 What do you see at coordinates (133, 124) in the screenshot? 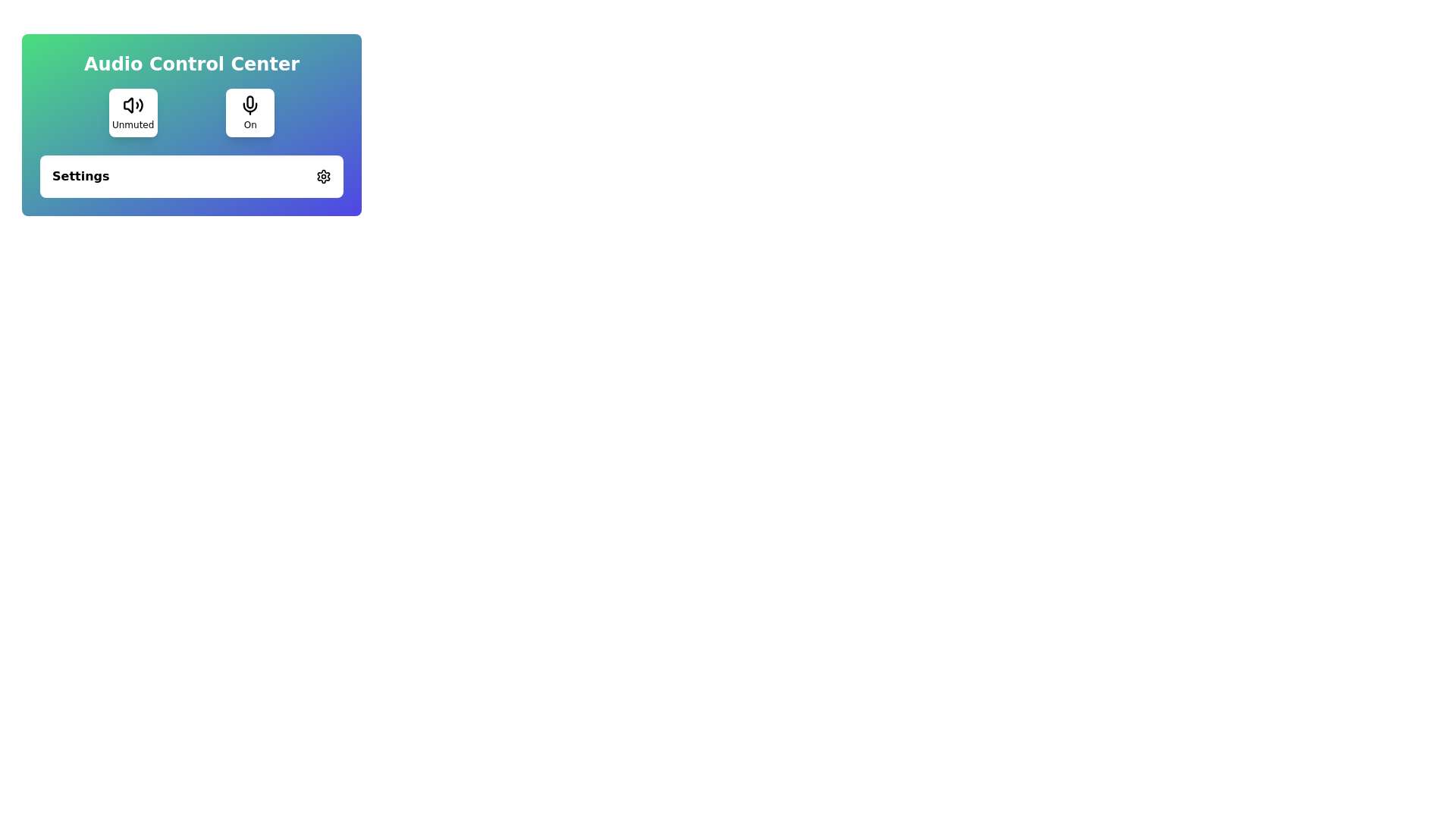
I see `the 'Unmuted' status text label located inside the bottom-center of a white rounded rectangular button that has a shadow effect` at bounding box center [133, 124].